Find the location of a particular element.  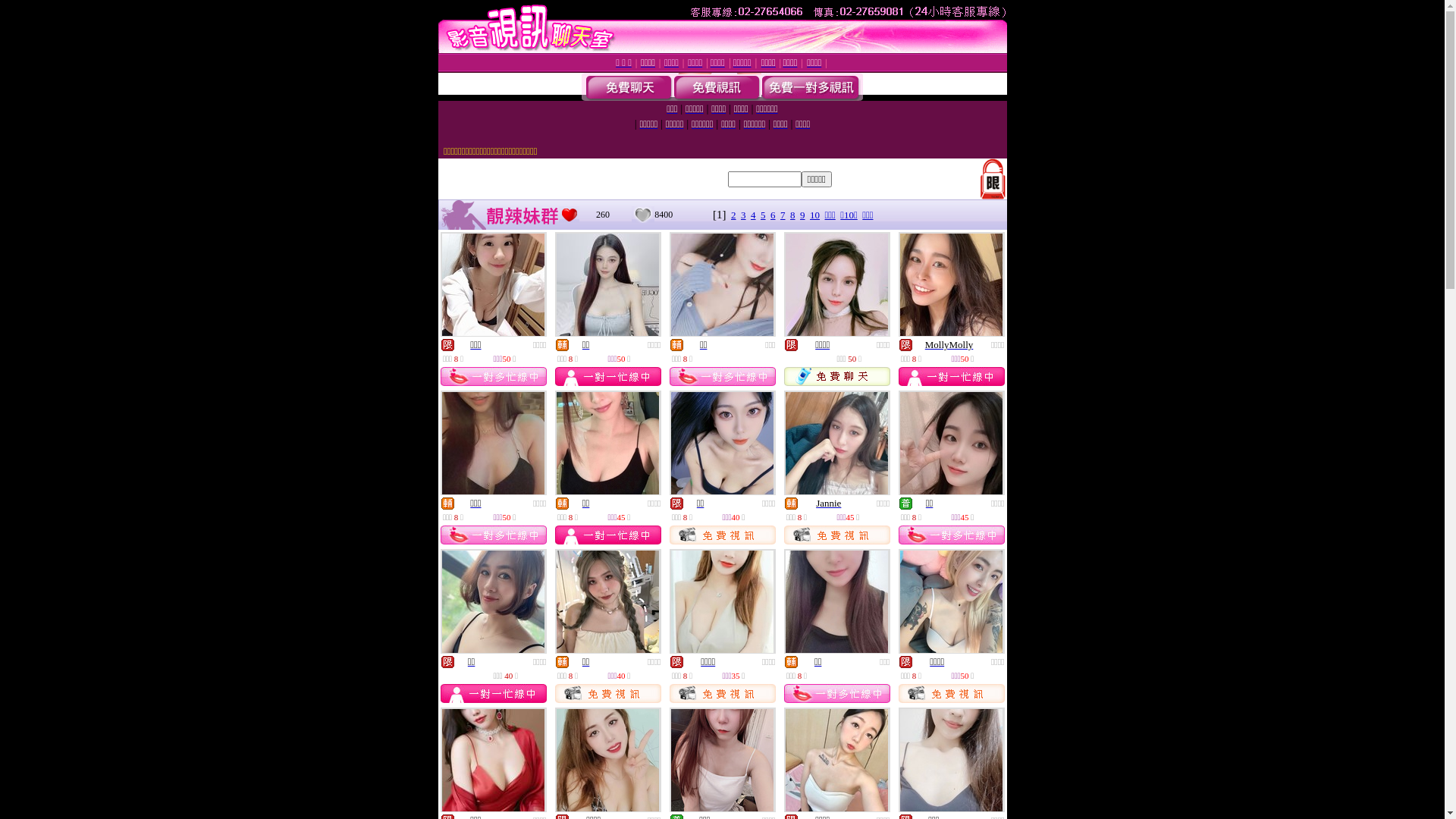

'3' is located at coordinates (743, 215).